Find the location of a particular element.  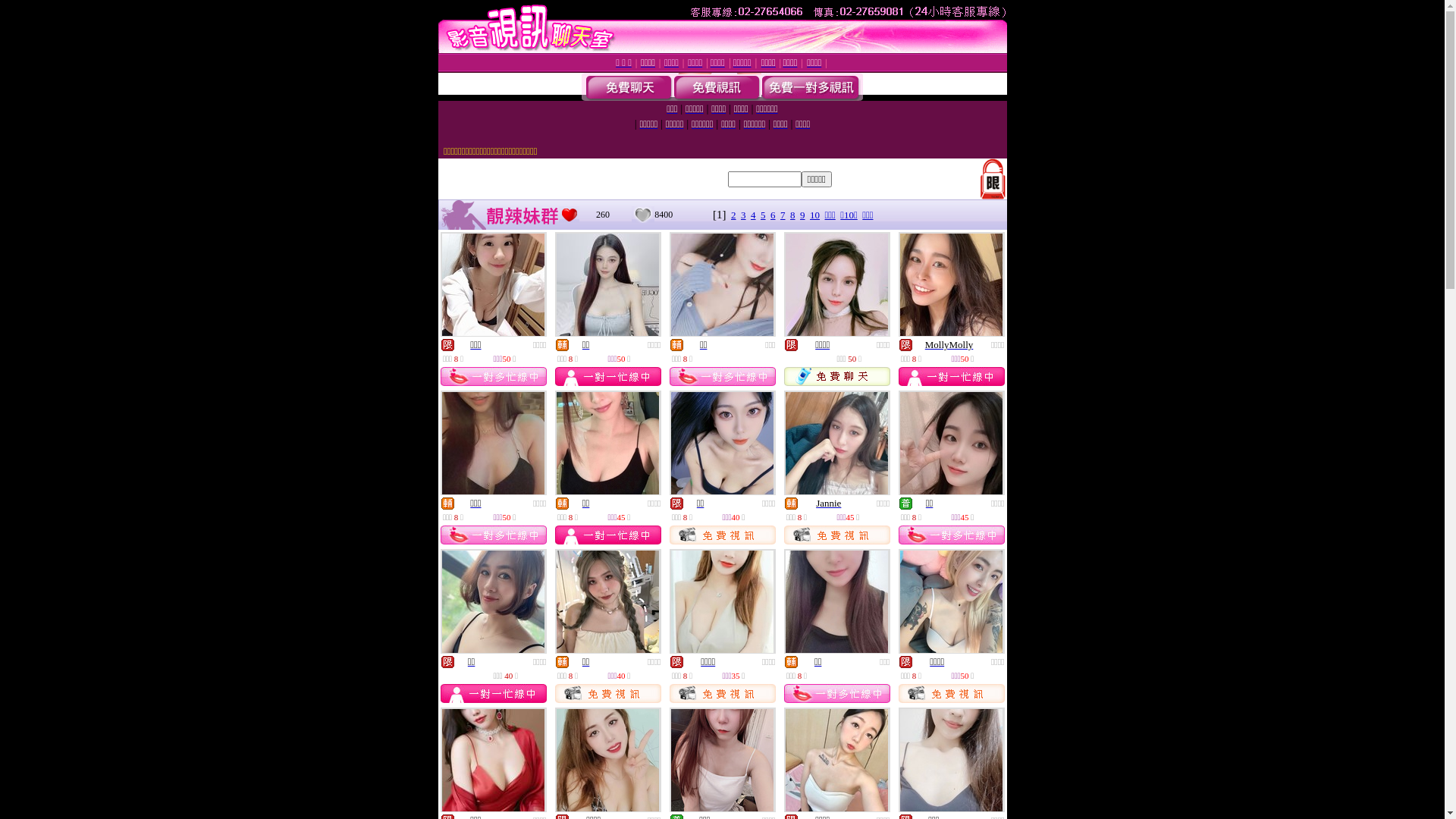

'3' is located at coordinates (743, 215).